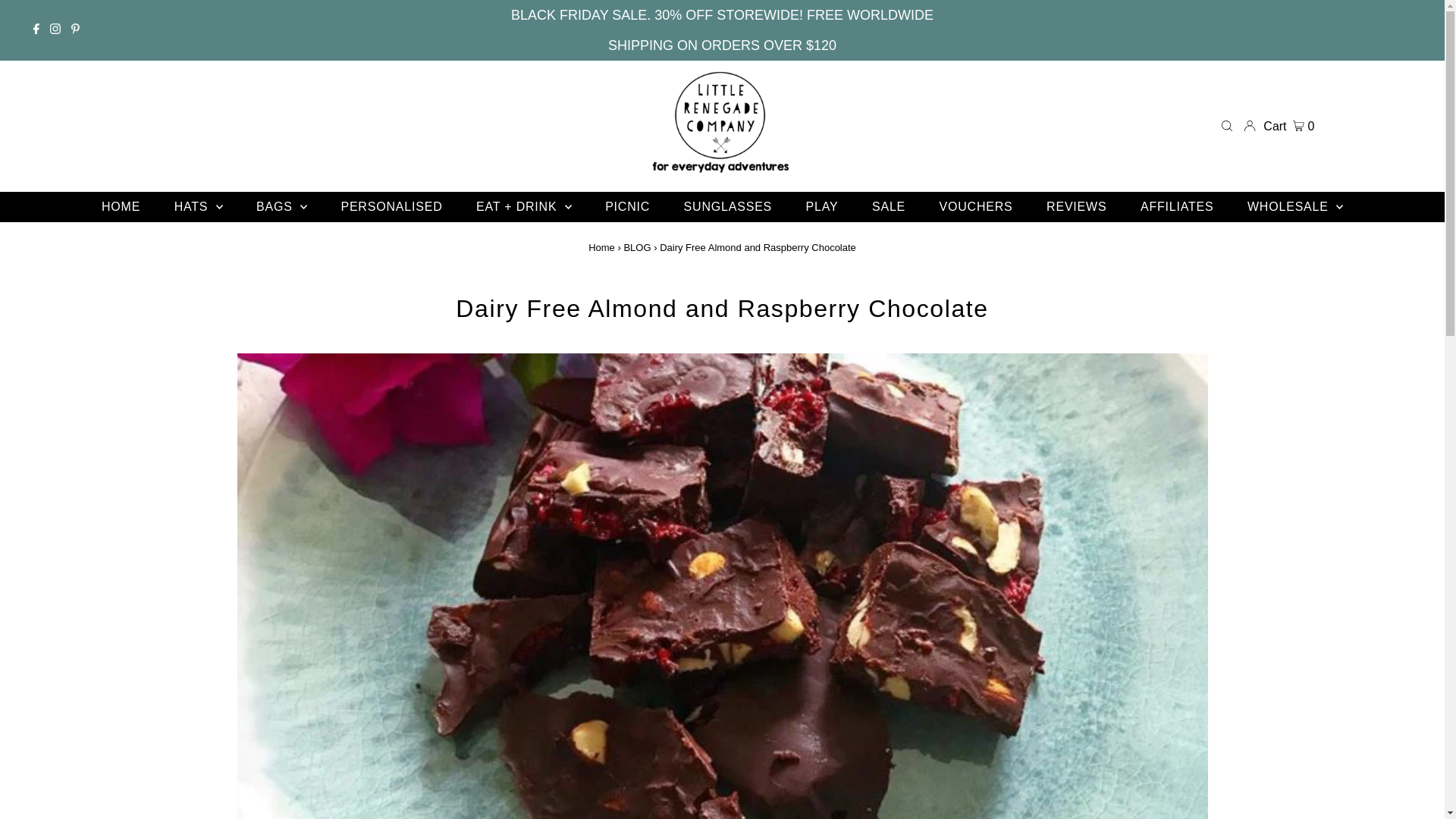  Describe the element at coordinates (821, 207) in the screenshot. I see `'PLAY'` at that location.